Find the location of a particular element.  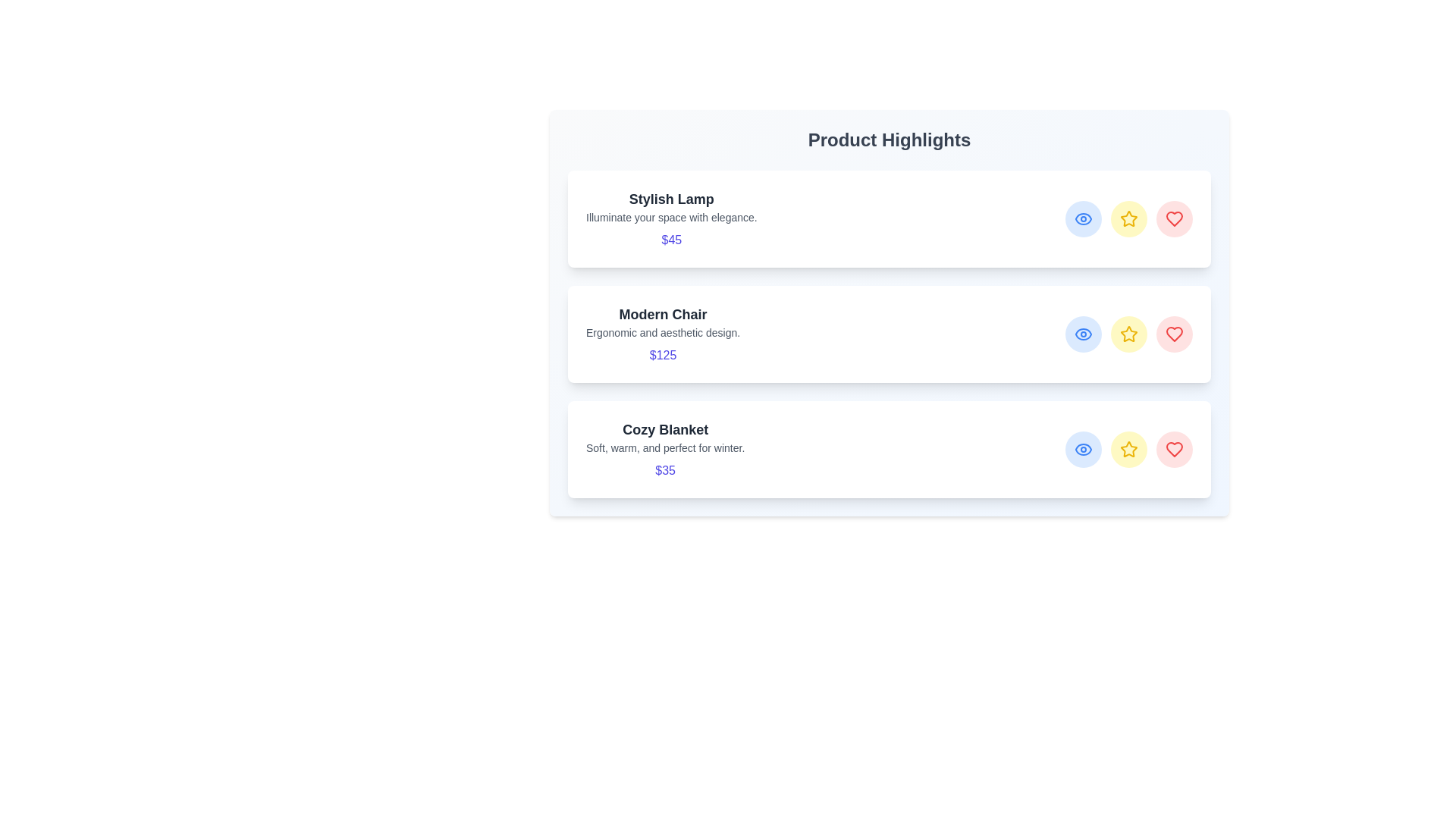

star icon for the product titled Stylish Lamp to mark it as a favorite is located at coordinates (1128, 219).